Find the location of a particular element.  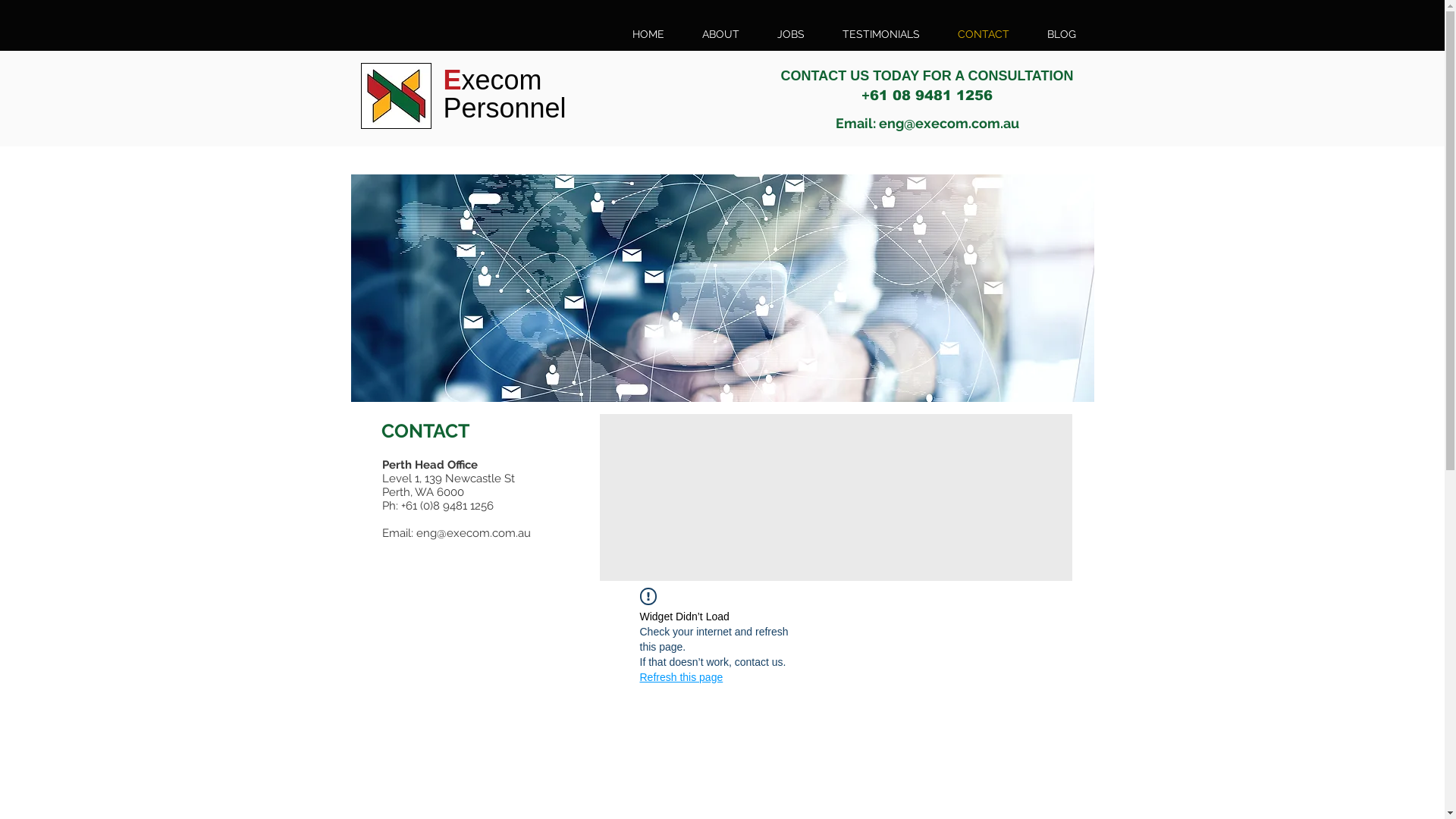

'ABOUT' is located at coordinates (719, 34).